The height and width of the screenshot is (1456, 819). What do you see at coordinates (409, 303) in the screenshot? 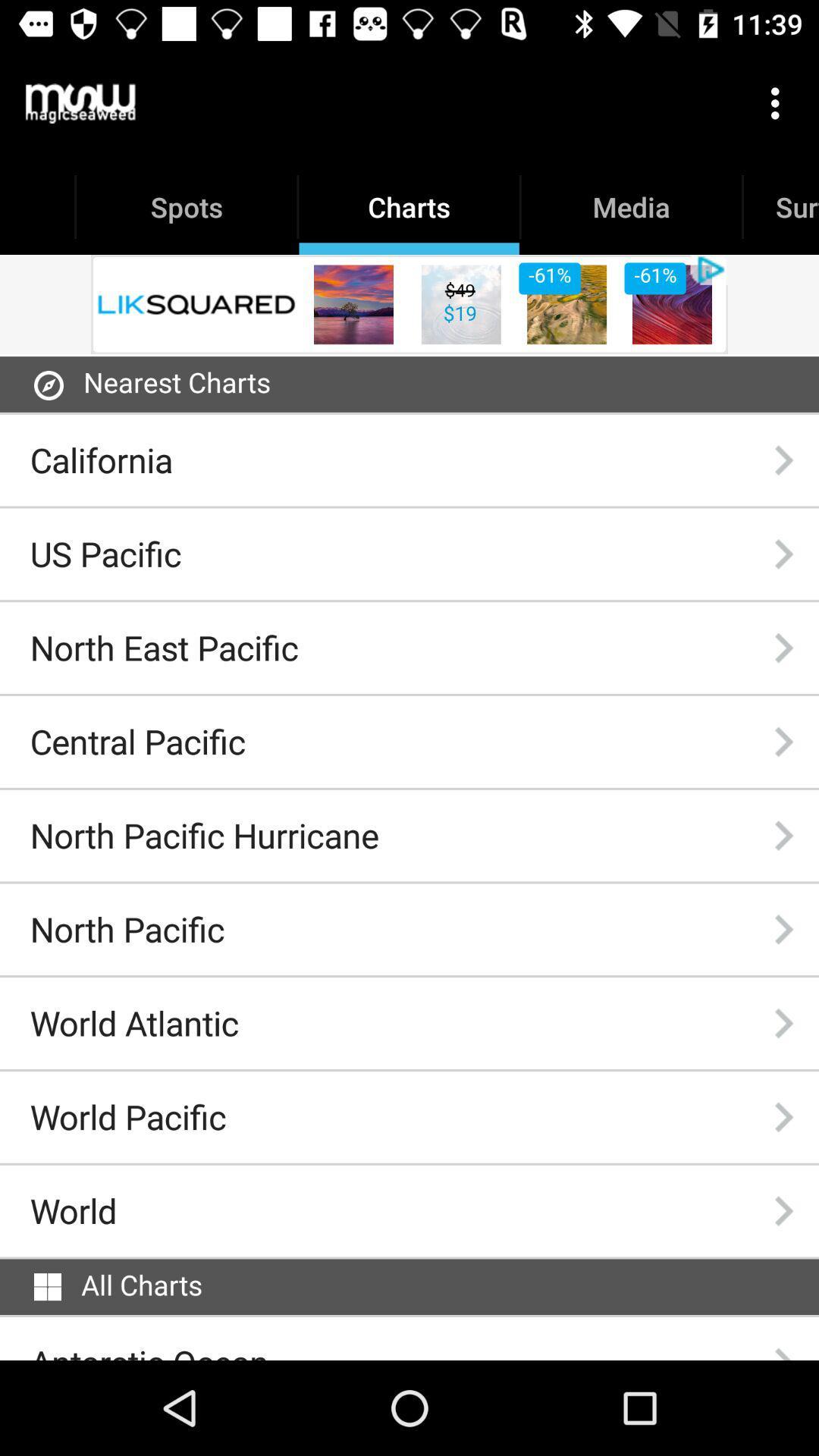
I see `the item above the nearest charts item` at bounding box center [409, 303].